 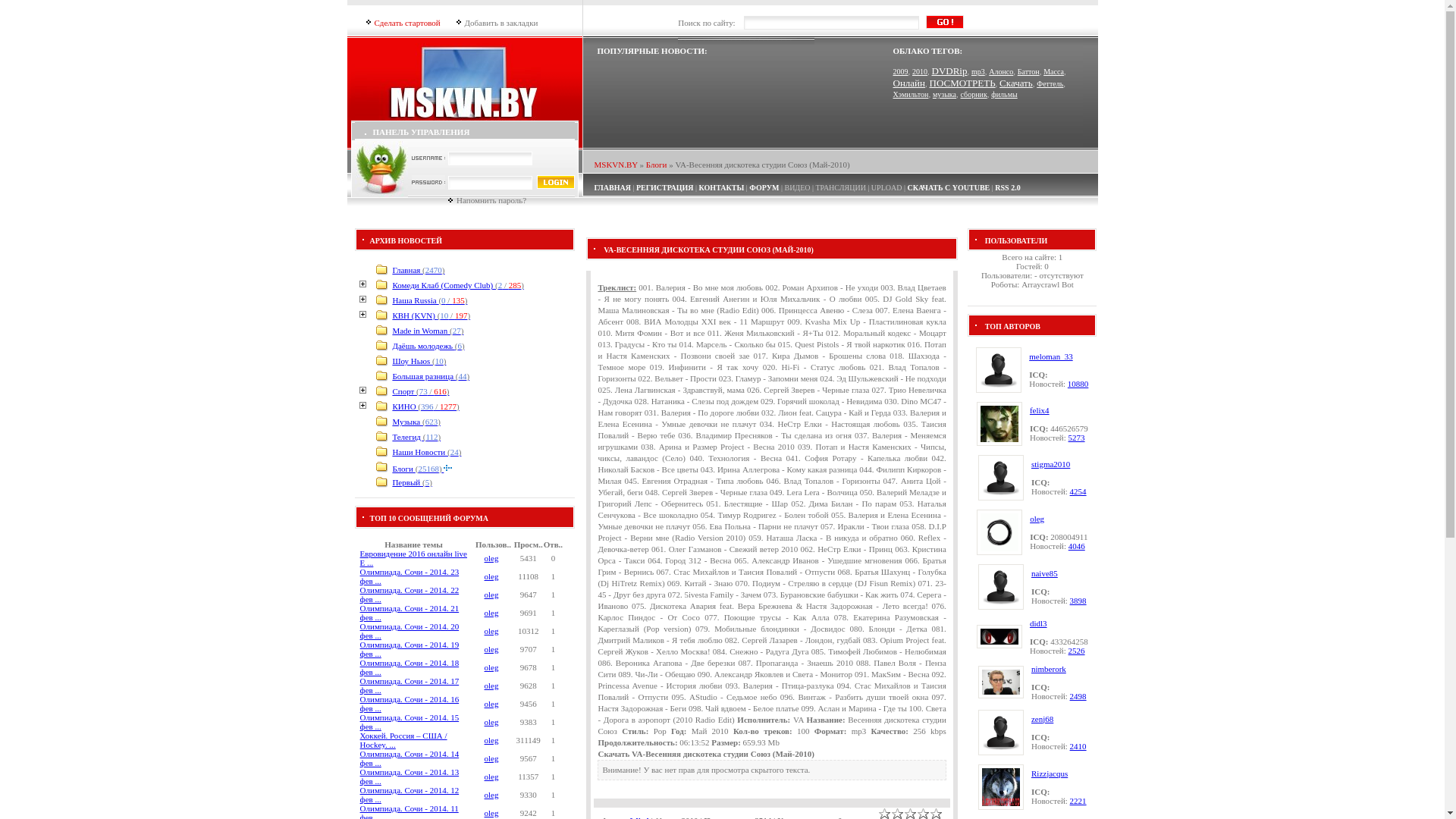 What do you see at coordinates (491, 776) in the screenshot?
I see `'oleg'` at bounding box center [491, 776].